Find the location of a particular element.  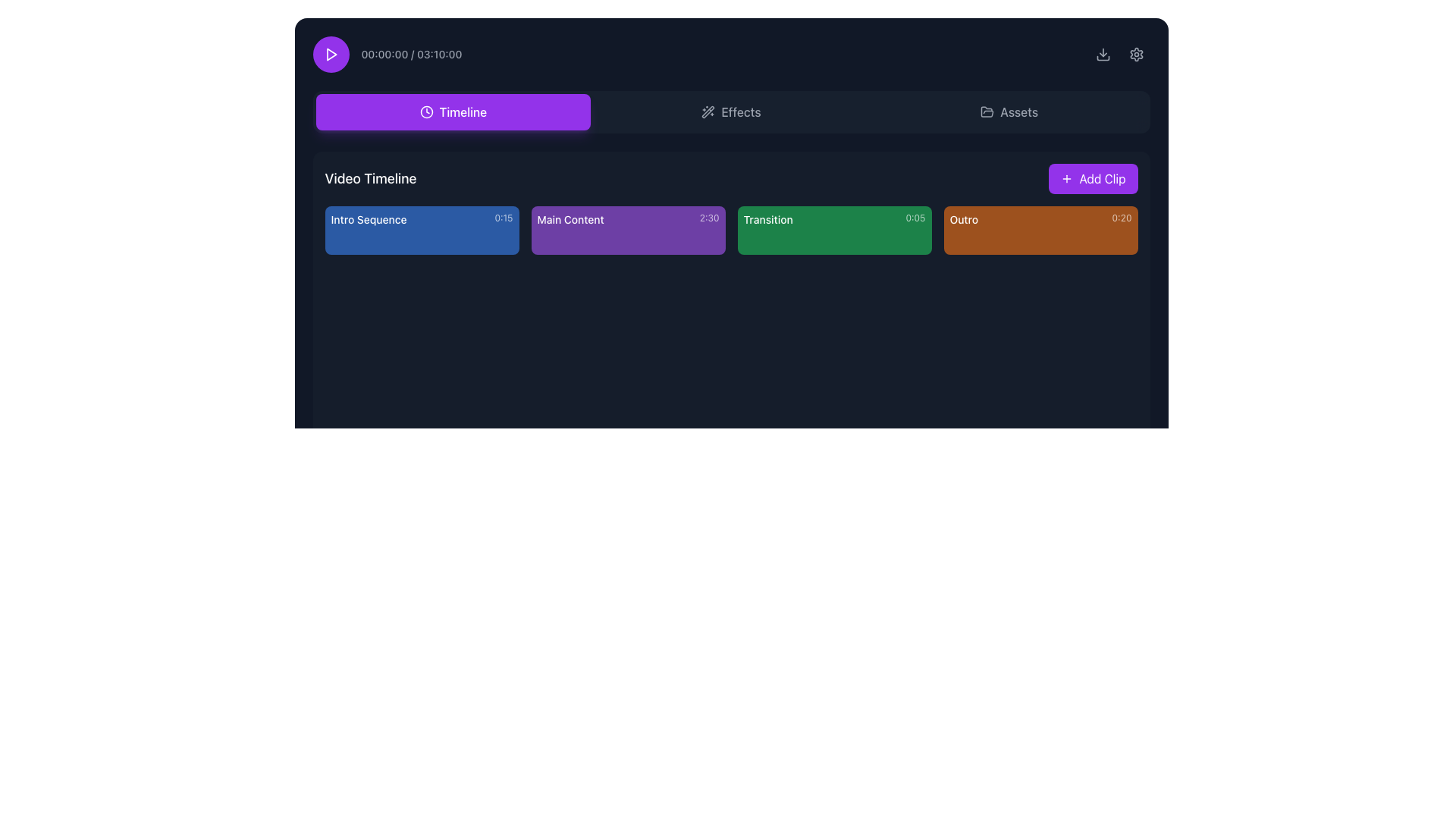

text of the 'Main Content' label, which is a white, small-sized, medium-weight text displayed in a purple rectangular block in the Video Timeline section is located at coordinates (570, 219).